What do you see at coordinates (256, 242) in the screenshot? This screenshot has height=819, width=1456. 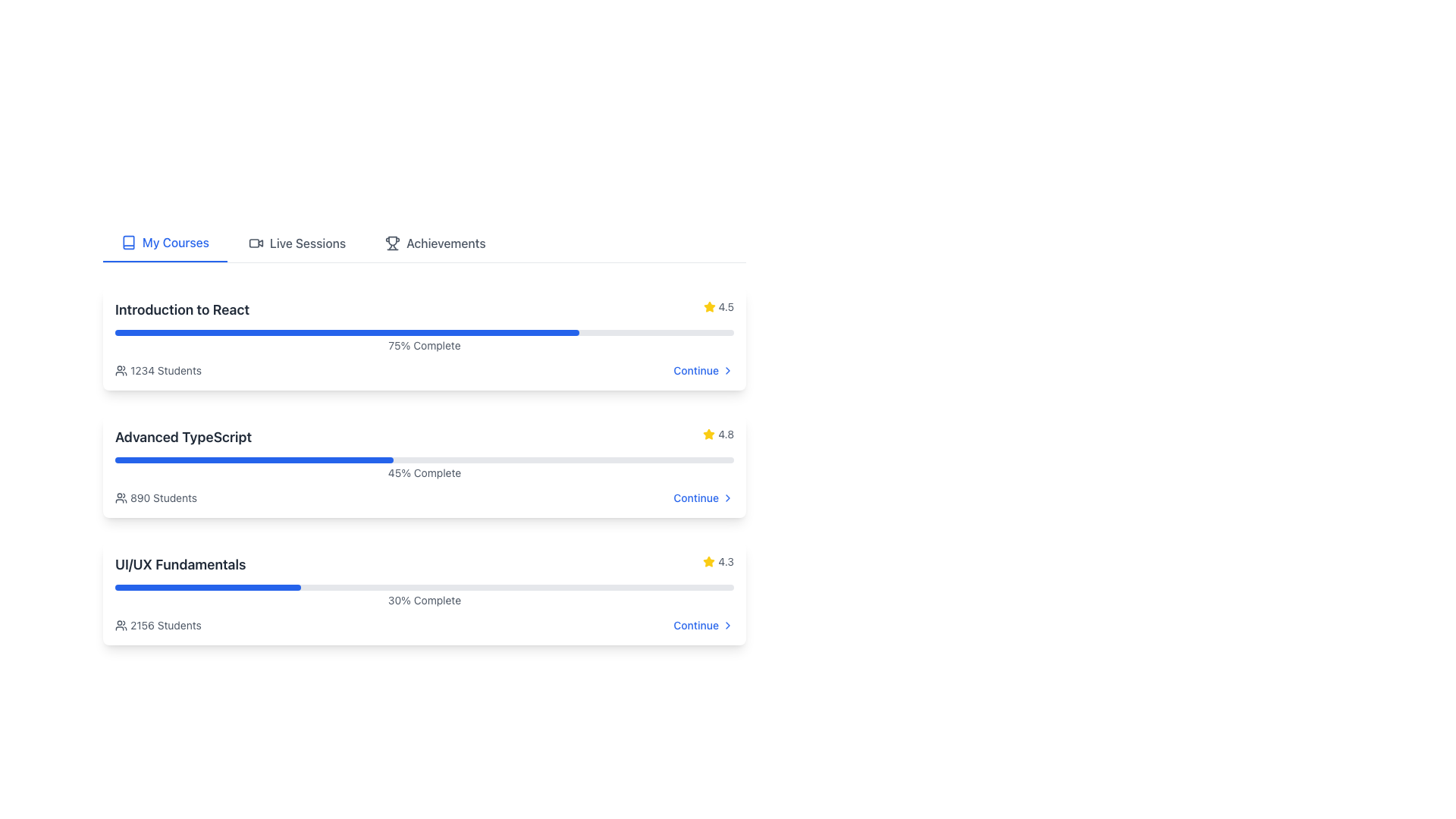 I see `the video camera icon located in the 'Live Sessions' tab, which is positioned next` at bounding box center [256, 242].